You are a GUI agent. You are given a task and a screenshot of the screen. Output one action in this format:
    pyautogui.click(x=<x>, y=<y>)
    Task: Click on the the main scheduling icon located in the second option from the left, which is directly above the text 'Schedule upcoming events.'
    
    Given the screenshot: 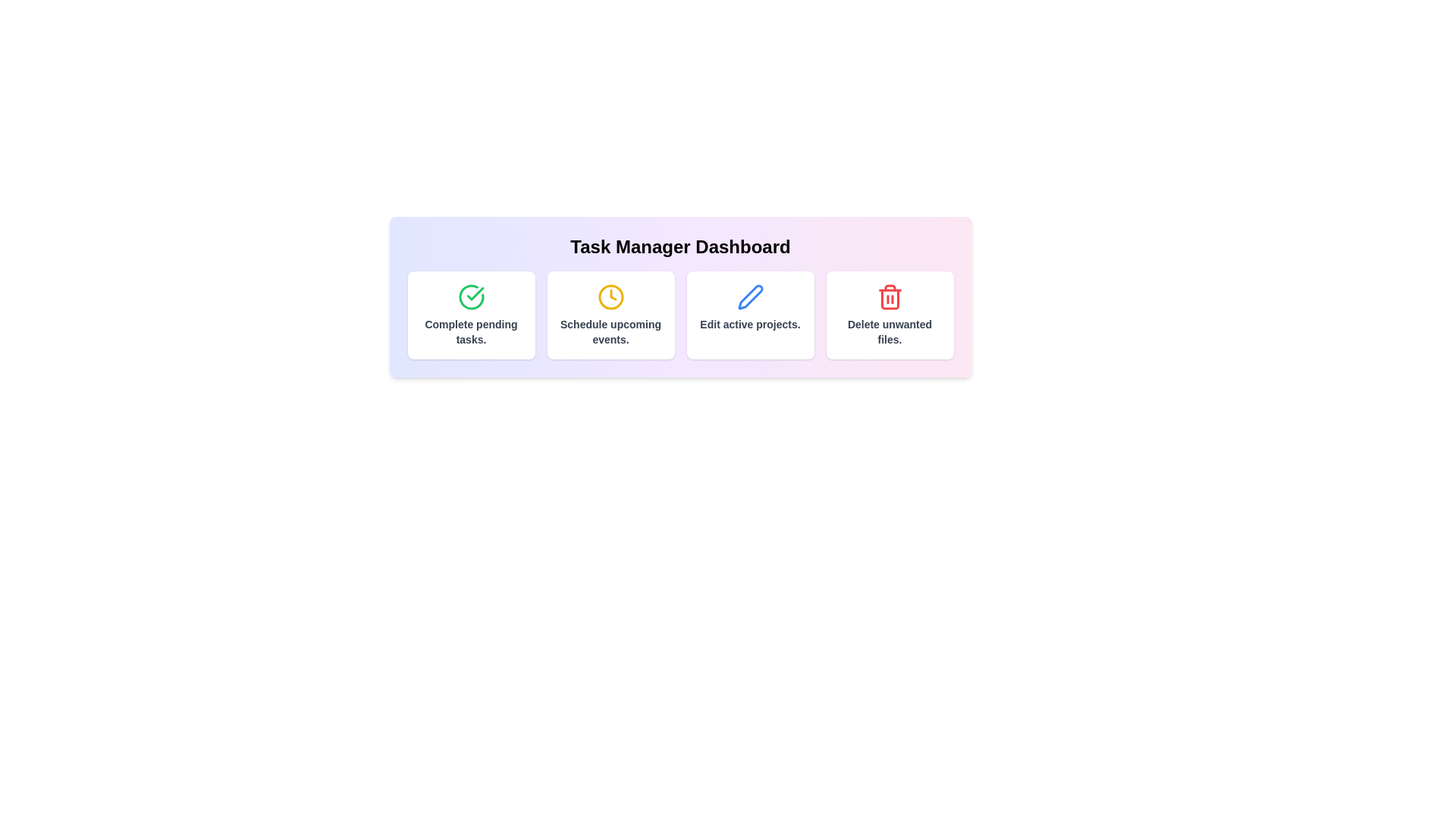 What is the action you would take?
    pyautogui.click(x=610, y=297)
    